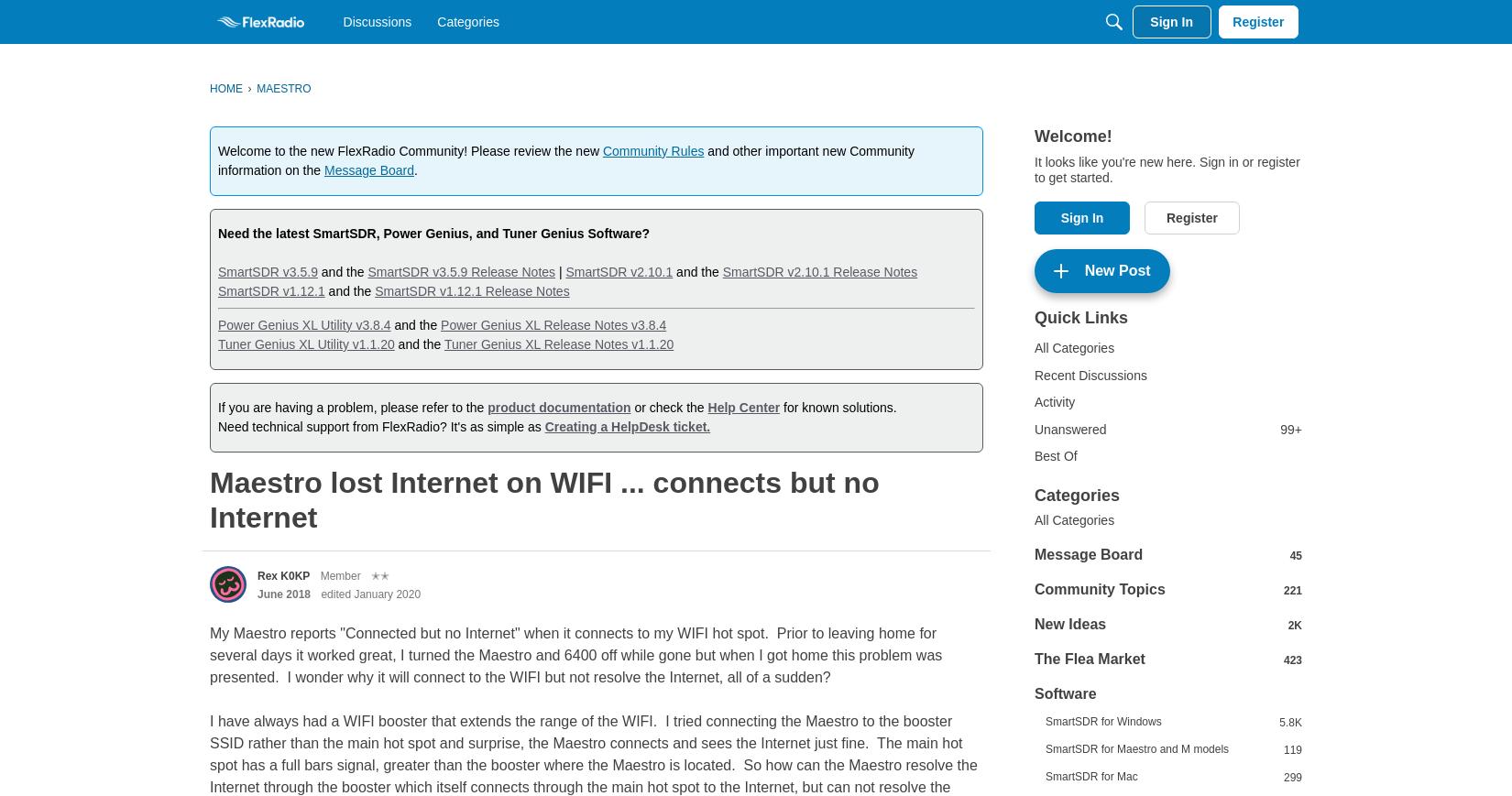 Image resolution: width=1512 pixels, height=796 pixels. Describe the element at coordinates (1100, 588) in the screenshot. I see `'Community Topics'` at that location.